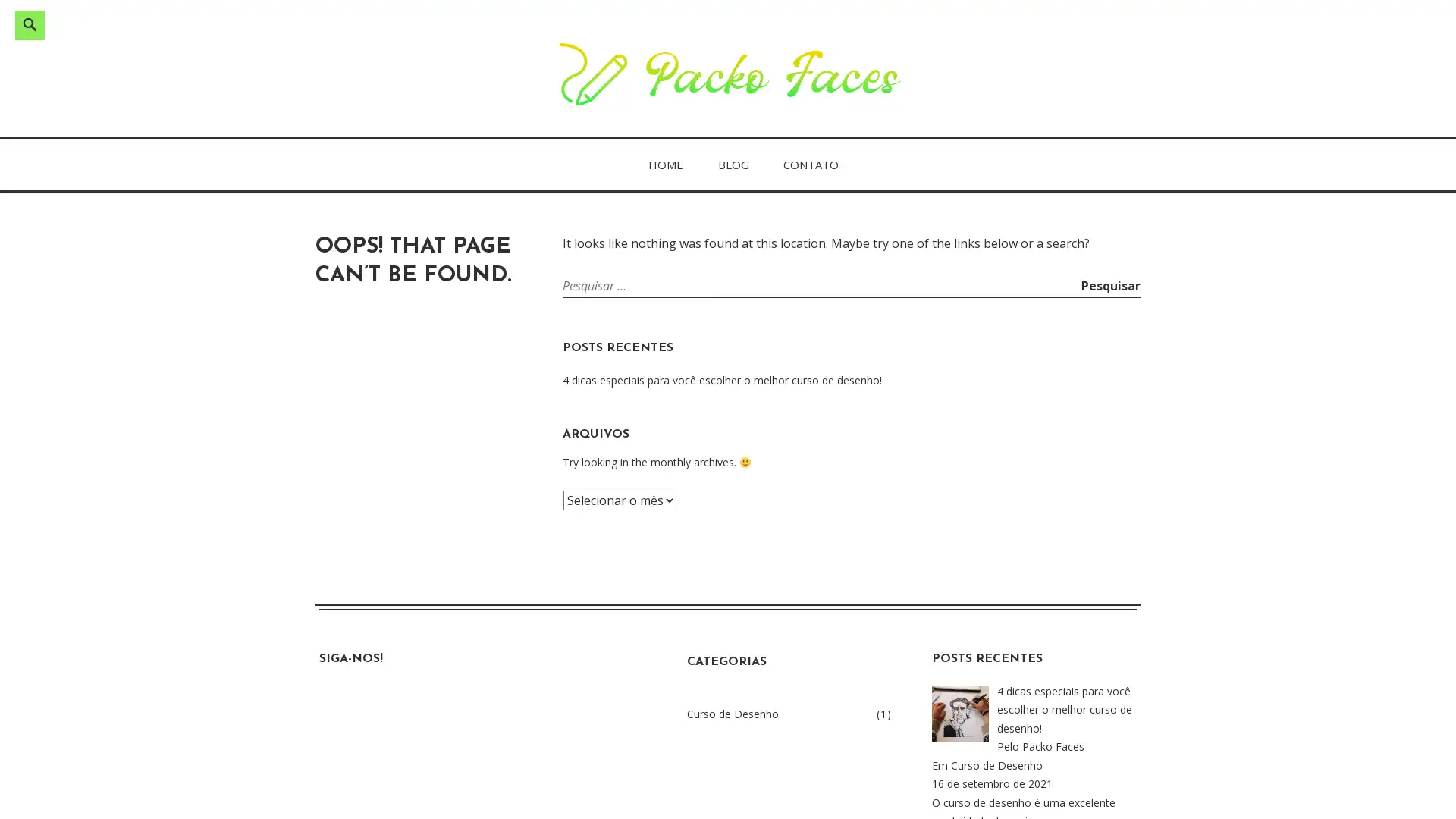 The image size is (1456, 819). Describe the element at coordinates (1110, 286) in the screenshot. I see `Pesquisar` at that location.